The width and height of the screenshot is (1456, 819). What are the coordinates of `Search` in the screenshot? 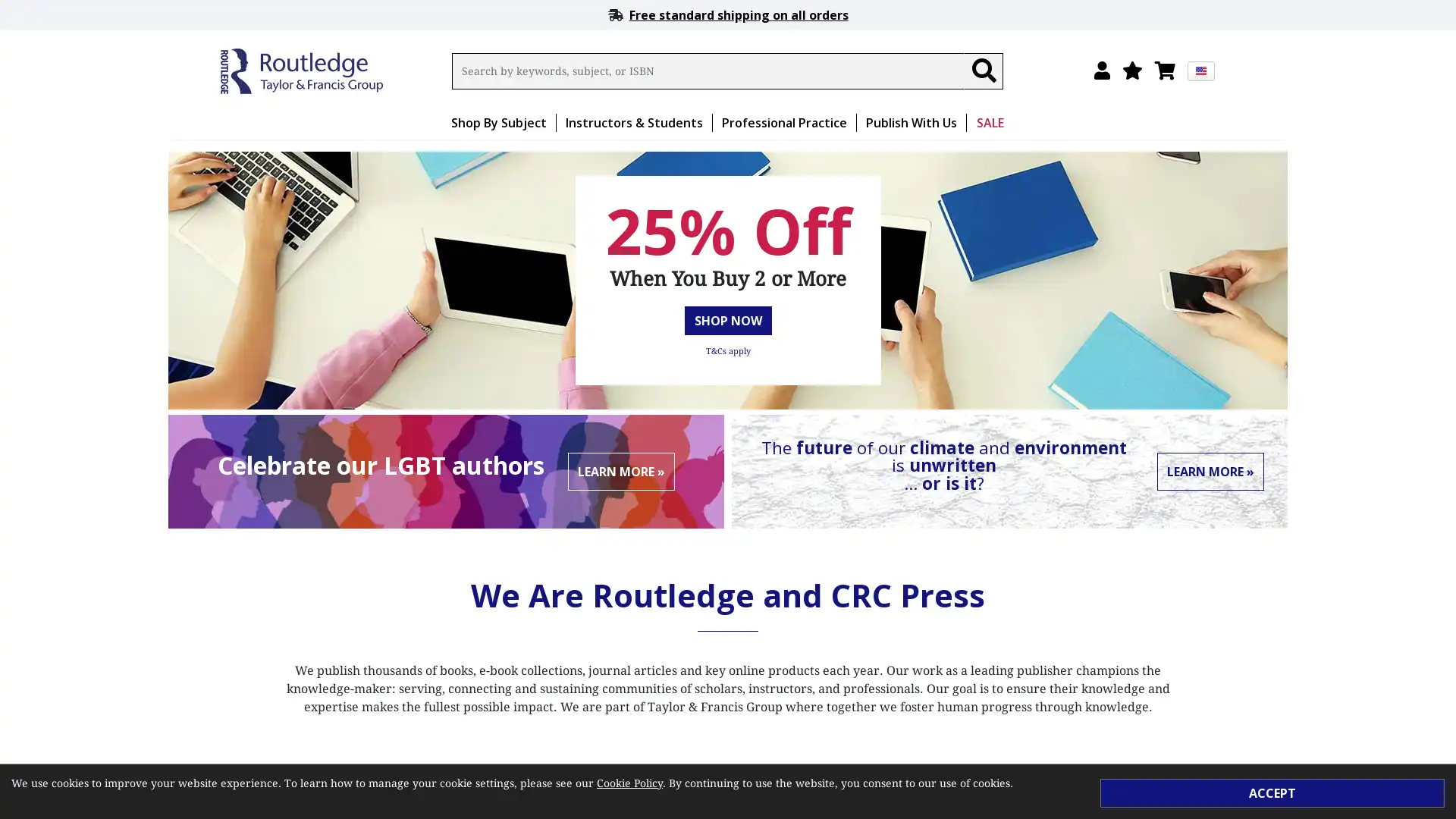 It's located at (983, 71).